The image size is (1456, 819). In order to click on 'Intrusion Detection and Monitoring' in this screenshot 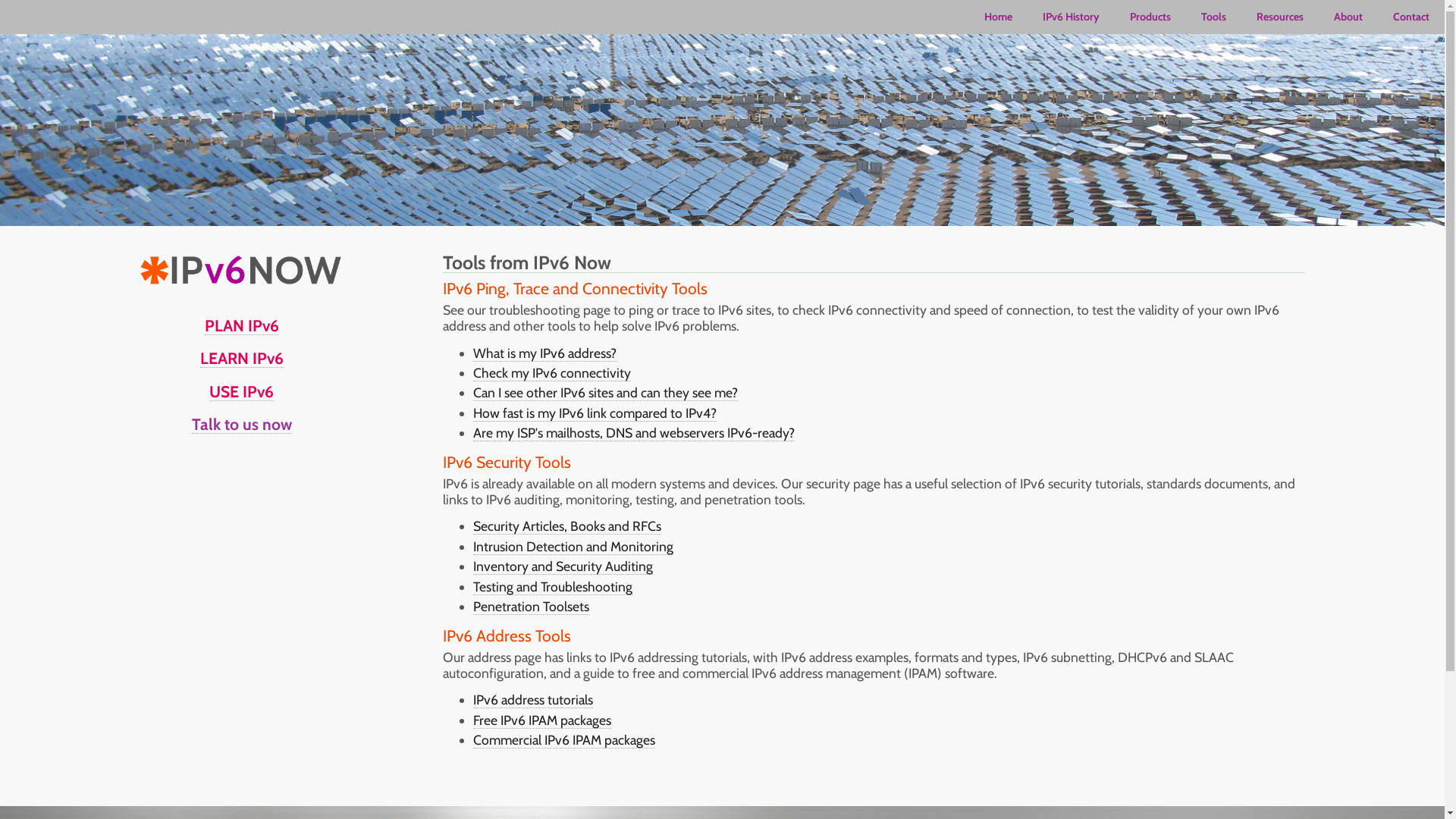, I will do `click(573, 547)`.